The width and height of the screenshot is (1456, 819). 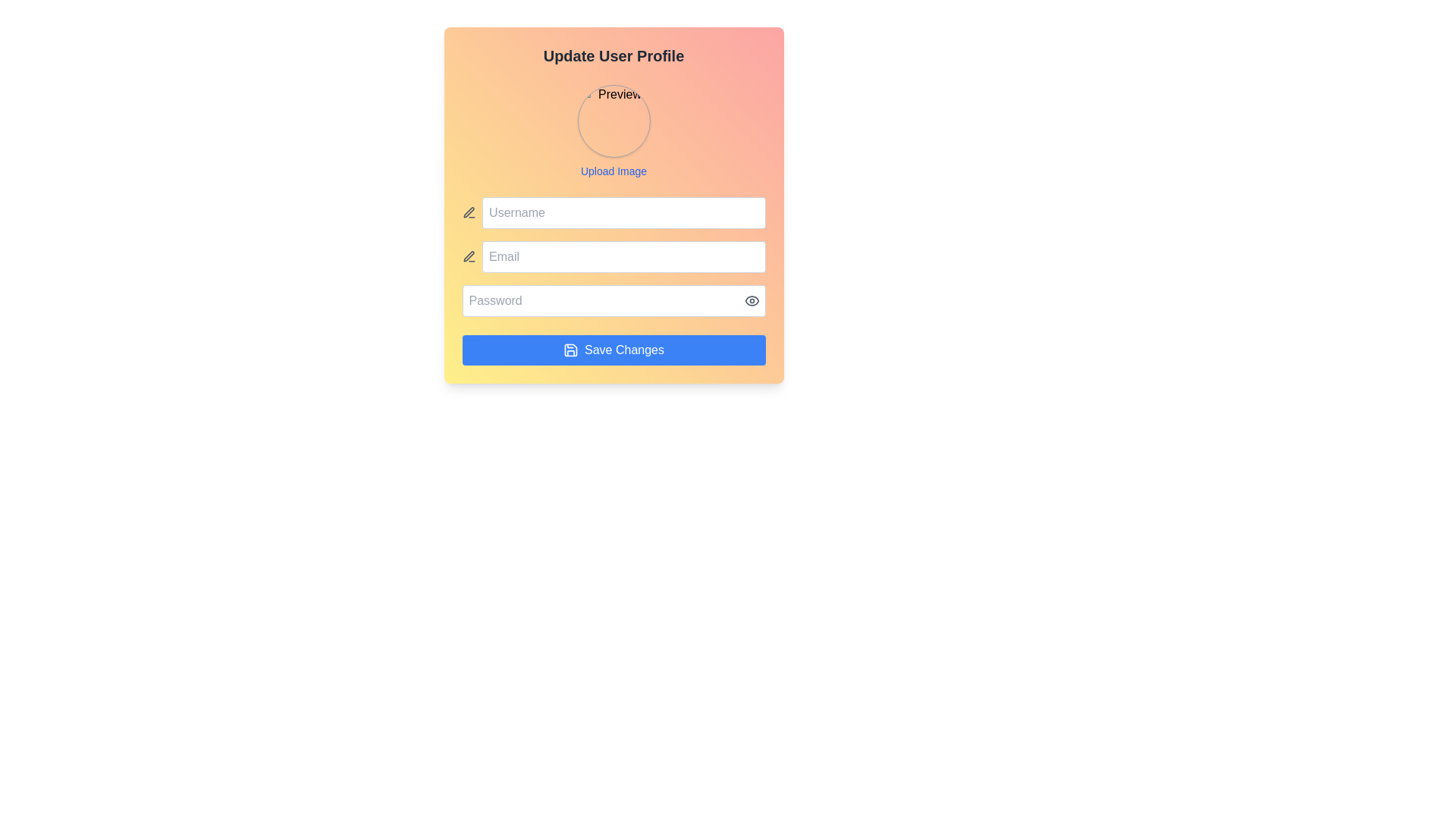 I want to click on the email input field located below the 'Username' field and above the 'Password' field for visual feedback, so click(x=613, y=256).